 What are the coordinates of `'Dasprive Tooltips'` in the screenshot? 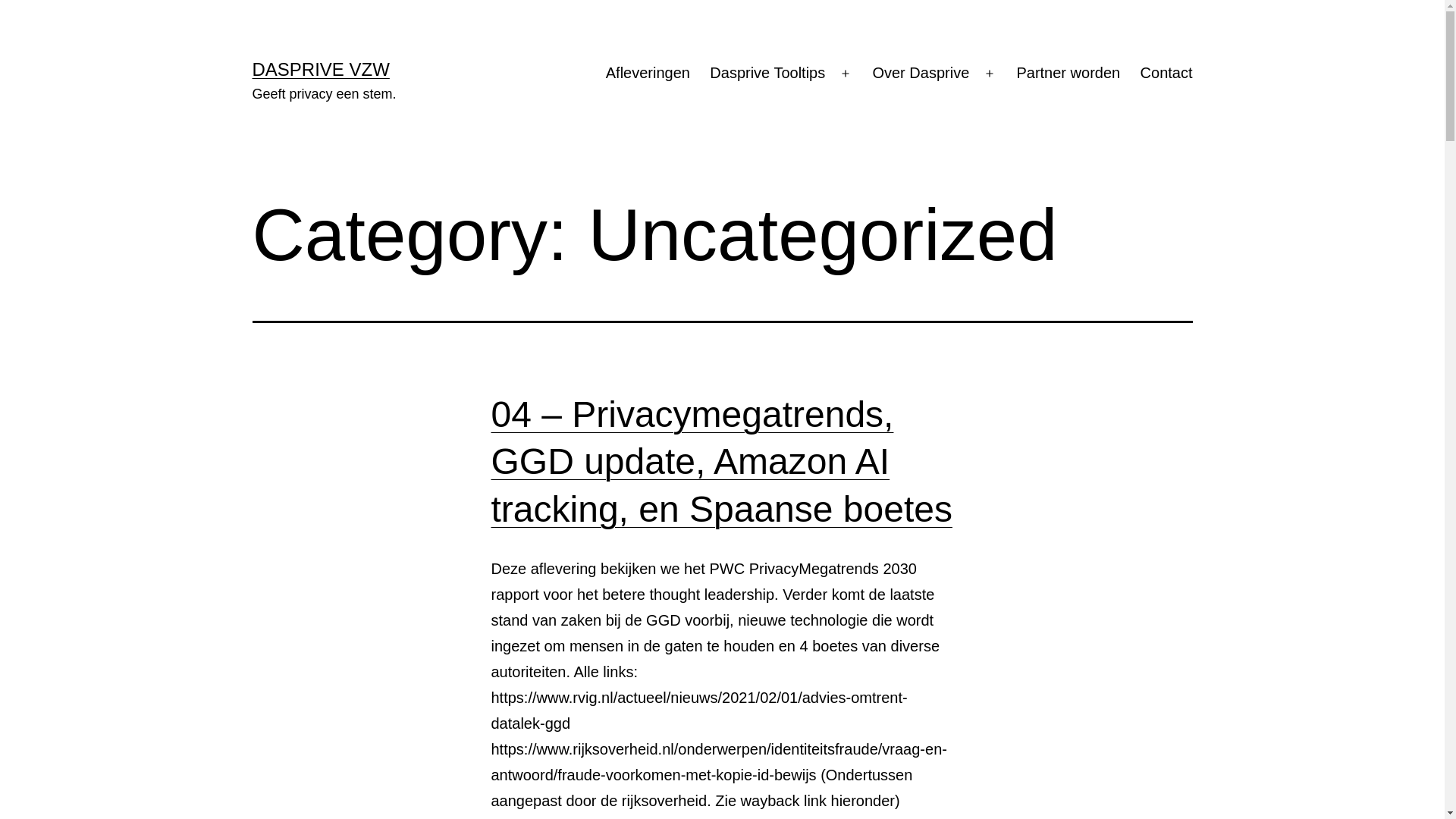 It's located at (698, 73).